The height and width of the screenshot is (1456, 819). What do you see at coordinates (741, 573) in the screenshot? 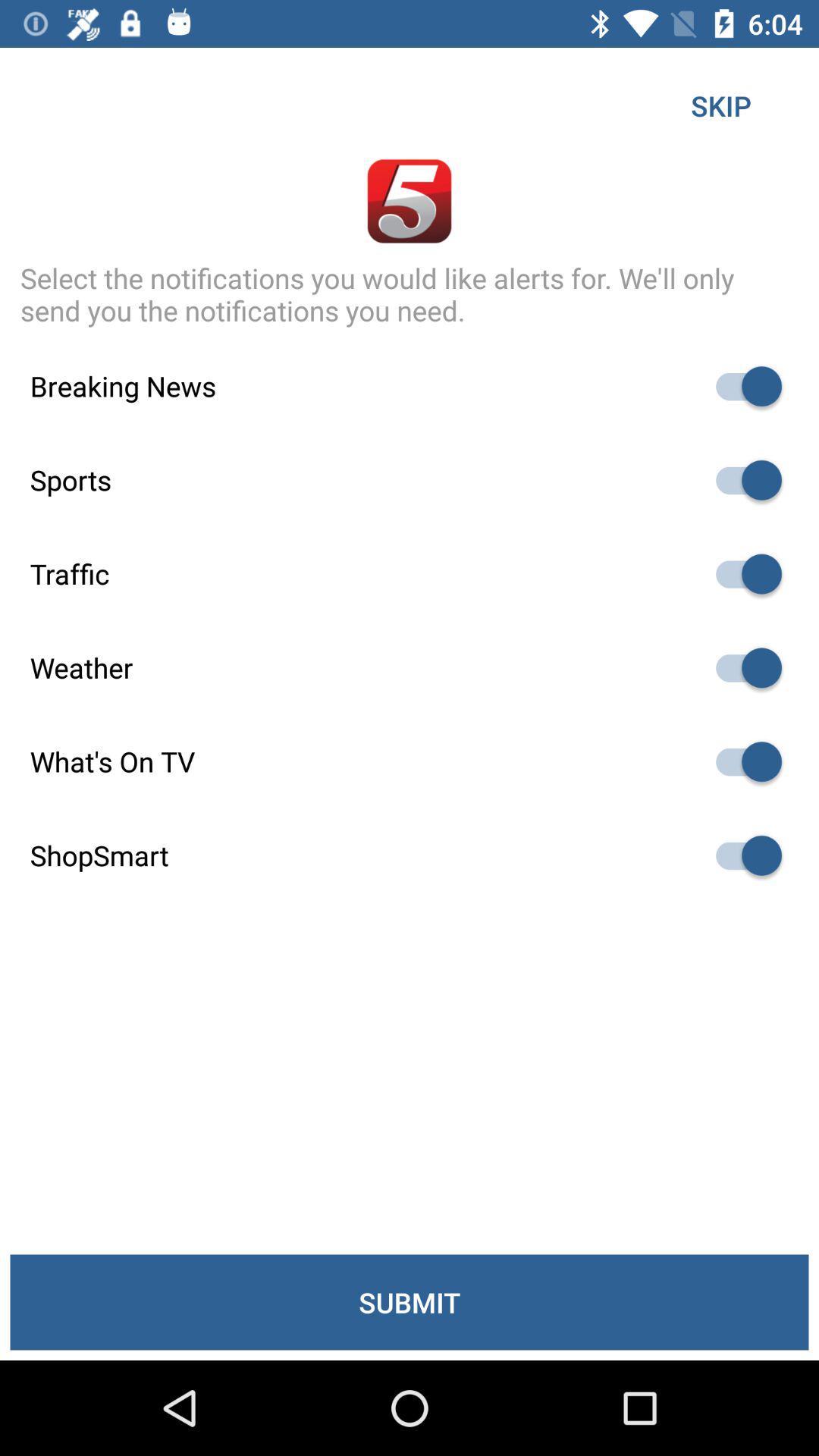
I see `traffic toggle slider` at bounding box center [741, 573].